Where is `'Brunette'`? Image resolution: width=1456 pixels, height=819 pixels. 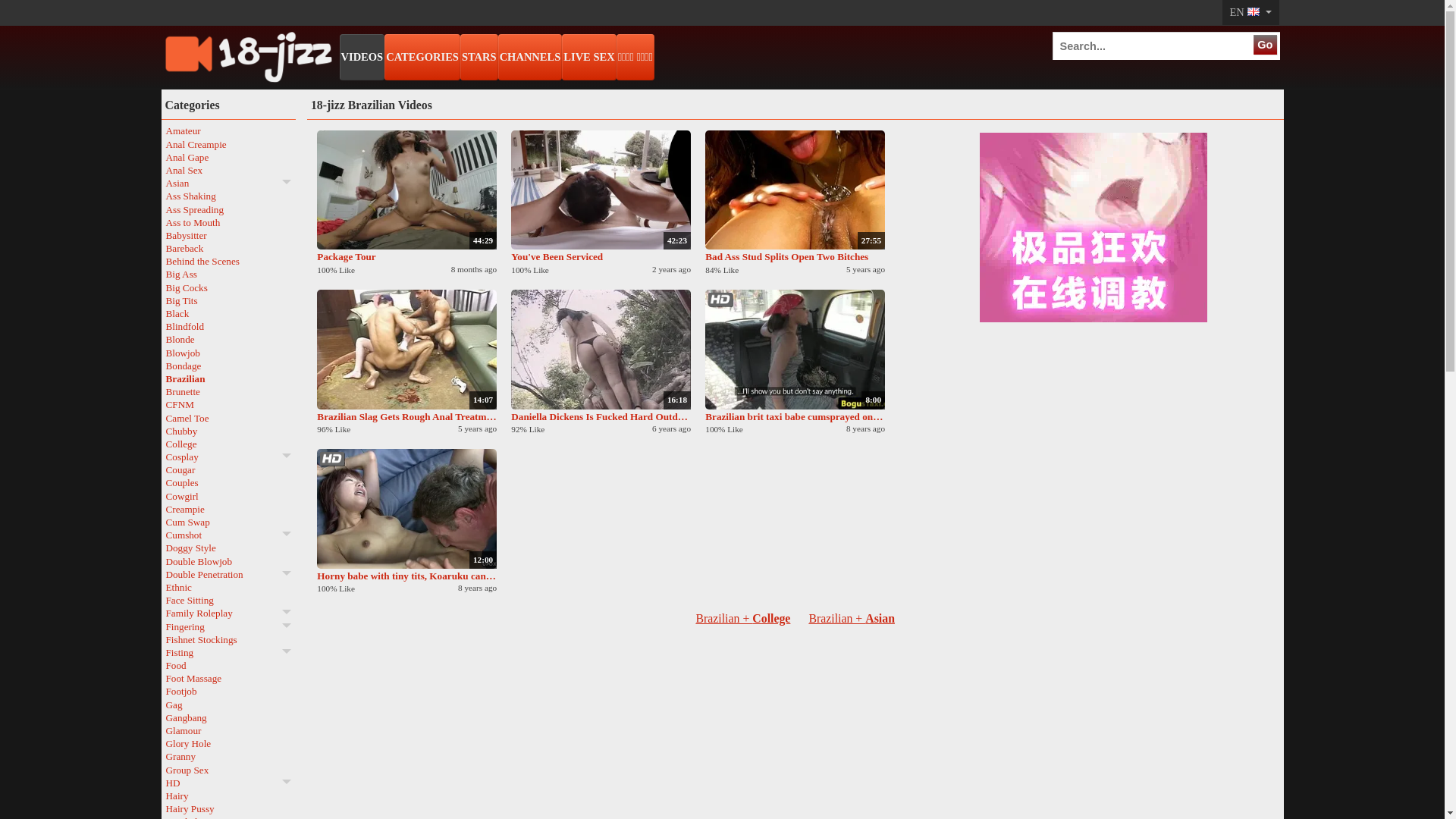 'Brunette' is located at coordinates (165, 391).